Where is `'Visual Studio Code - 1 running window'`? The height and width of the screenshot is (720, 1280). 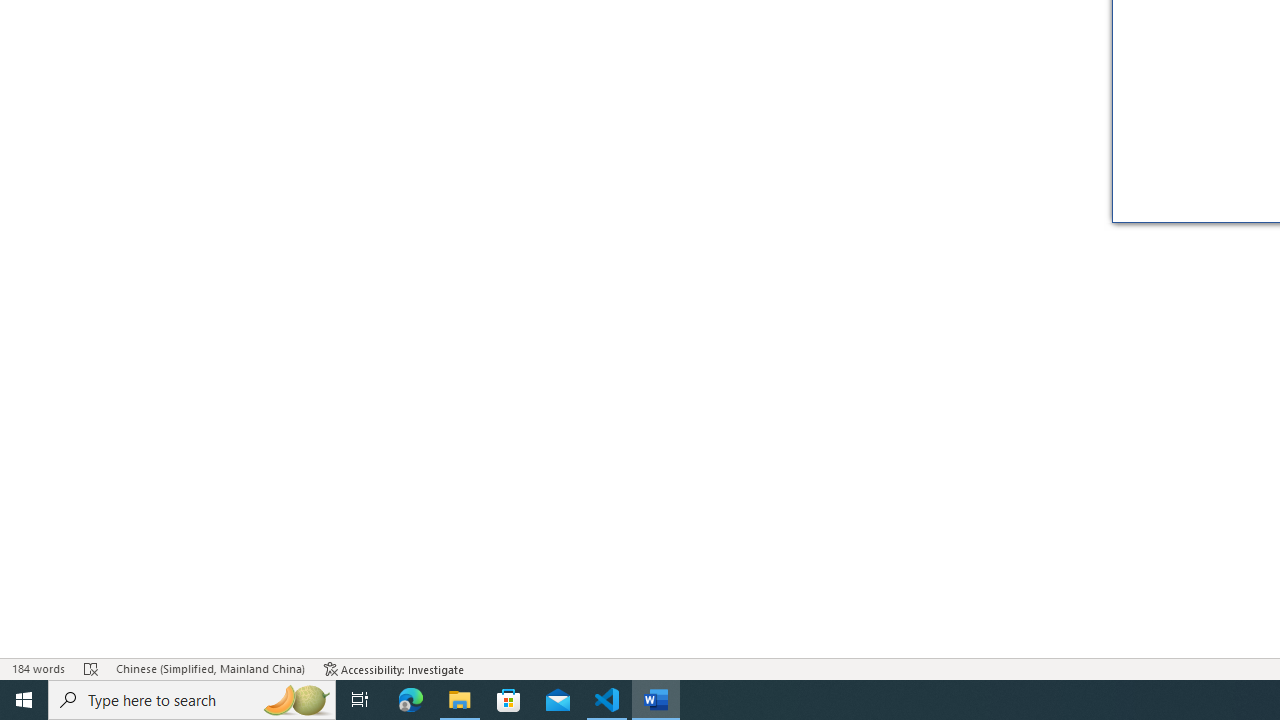
'Visual Studio Code - 1 running window' is located at coordinates (606, 698).